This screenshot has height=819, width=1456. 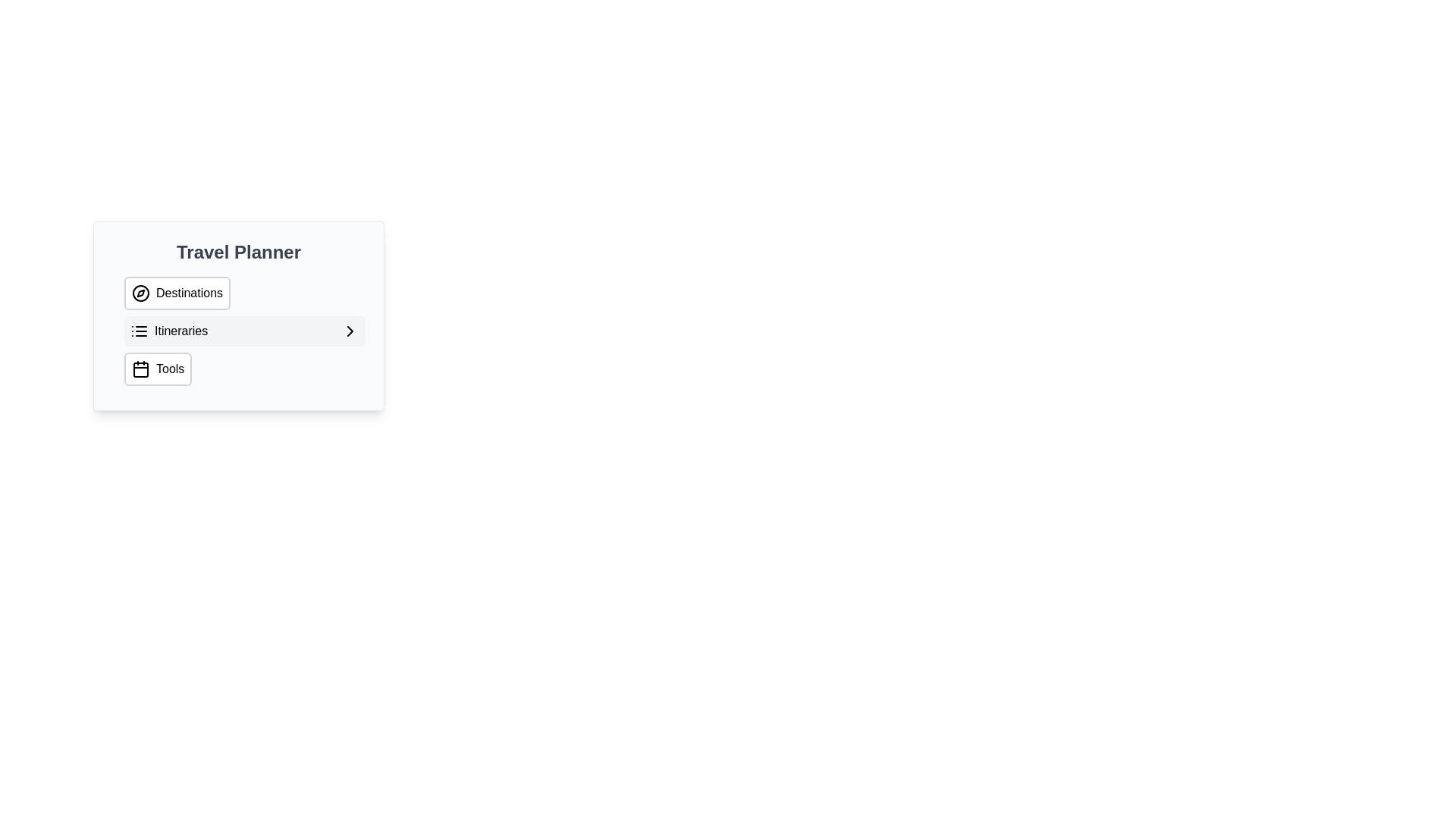 I want to click on the calendar icon representing the 'Tools' feature located to the left of the text label 'Tools' within the 'Travel Planner' section, so click(x=141, y=369).